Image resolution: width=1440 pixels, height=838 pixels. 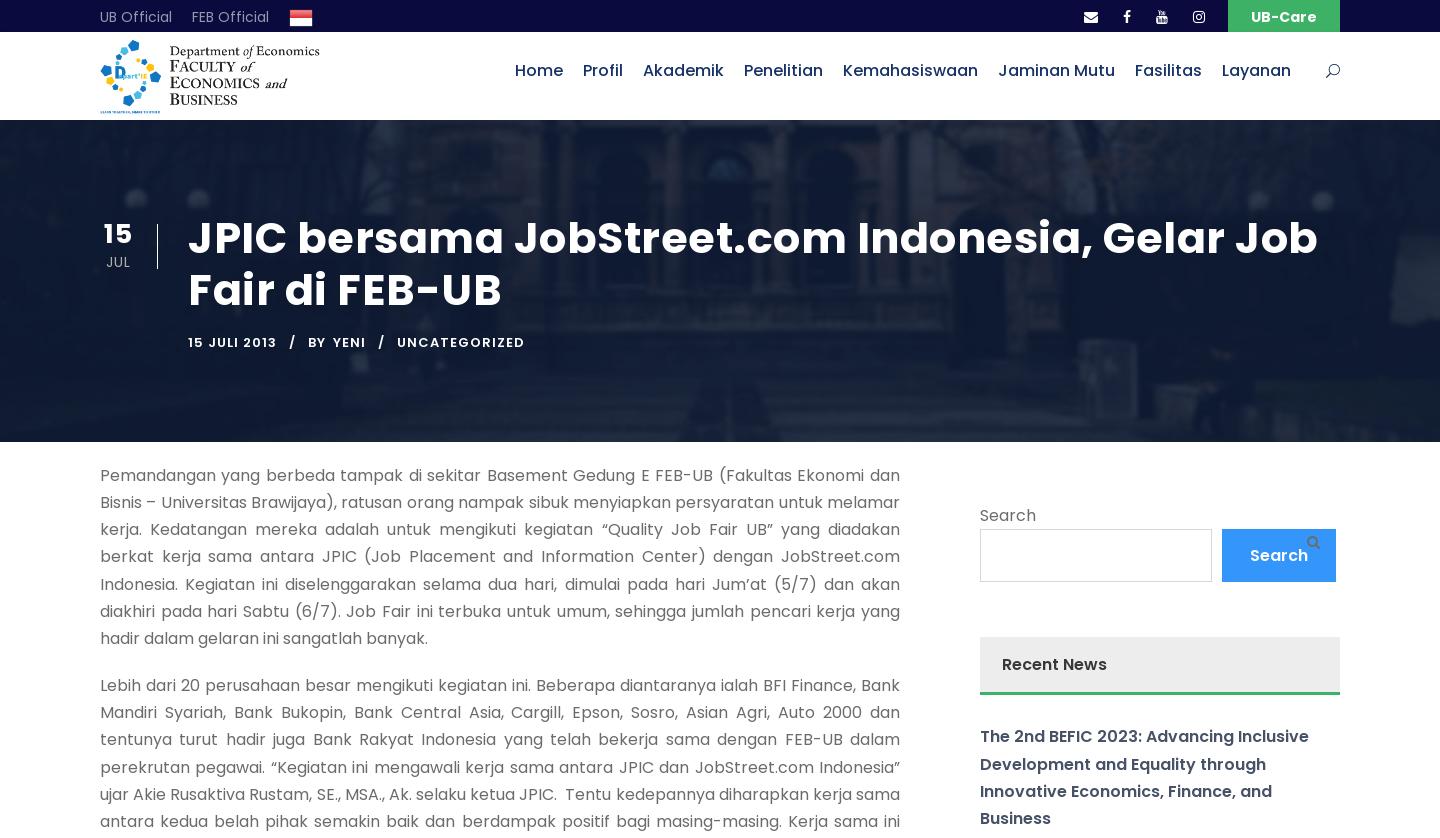 What do you see at coordinates (1168, 70) in the screenshot?
I see `'Fasilitas'` at bounding box center [1168, 70].